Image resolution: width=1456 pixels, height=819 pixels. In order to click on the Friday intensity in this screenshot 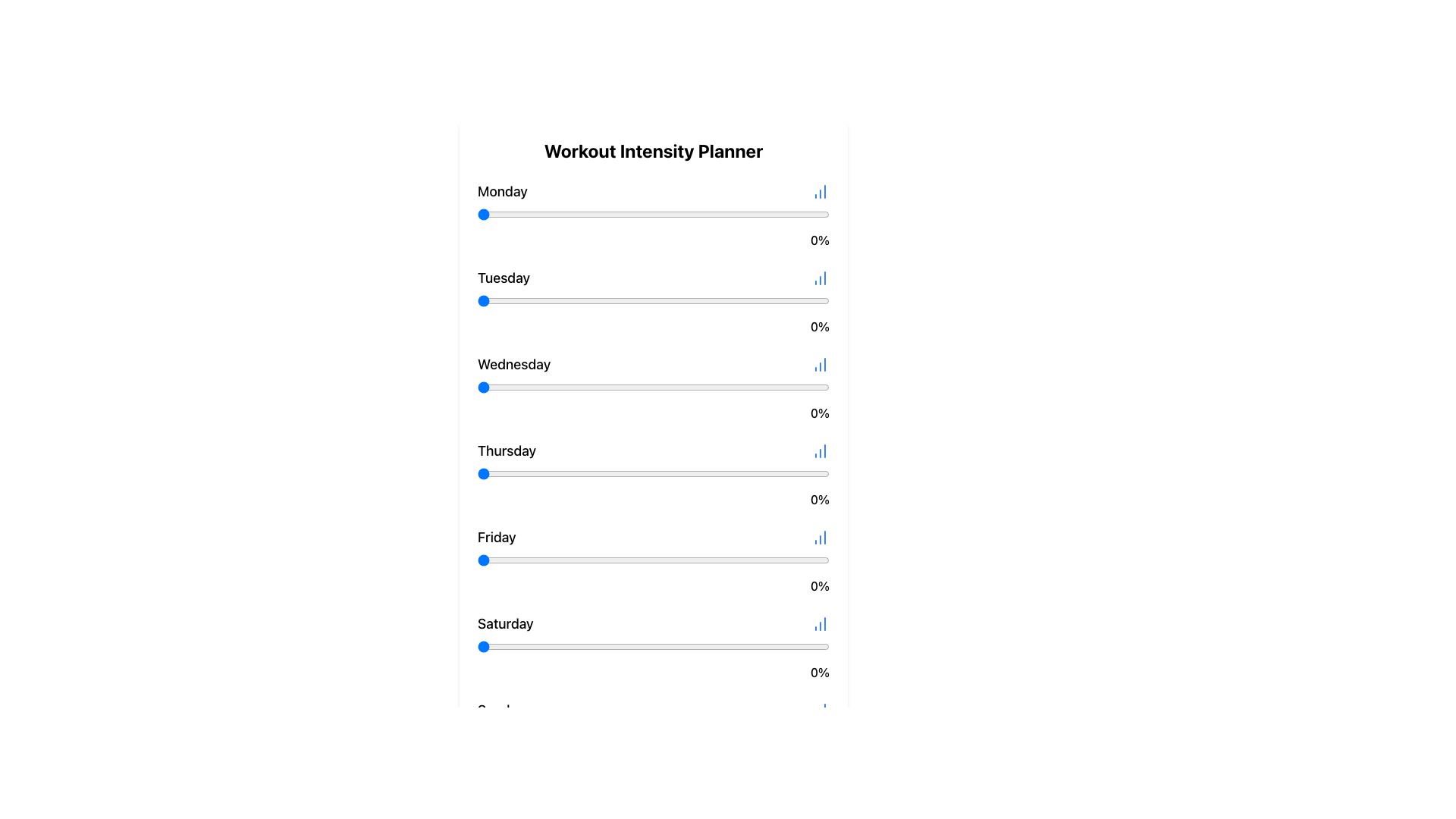, I will do `click(476, 560)`.